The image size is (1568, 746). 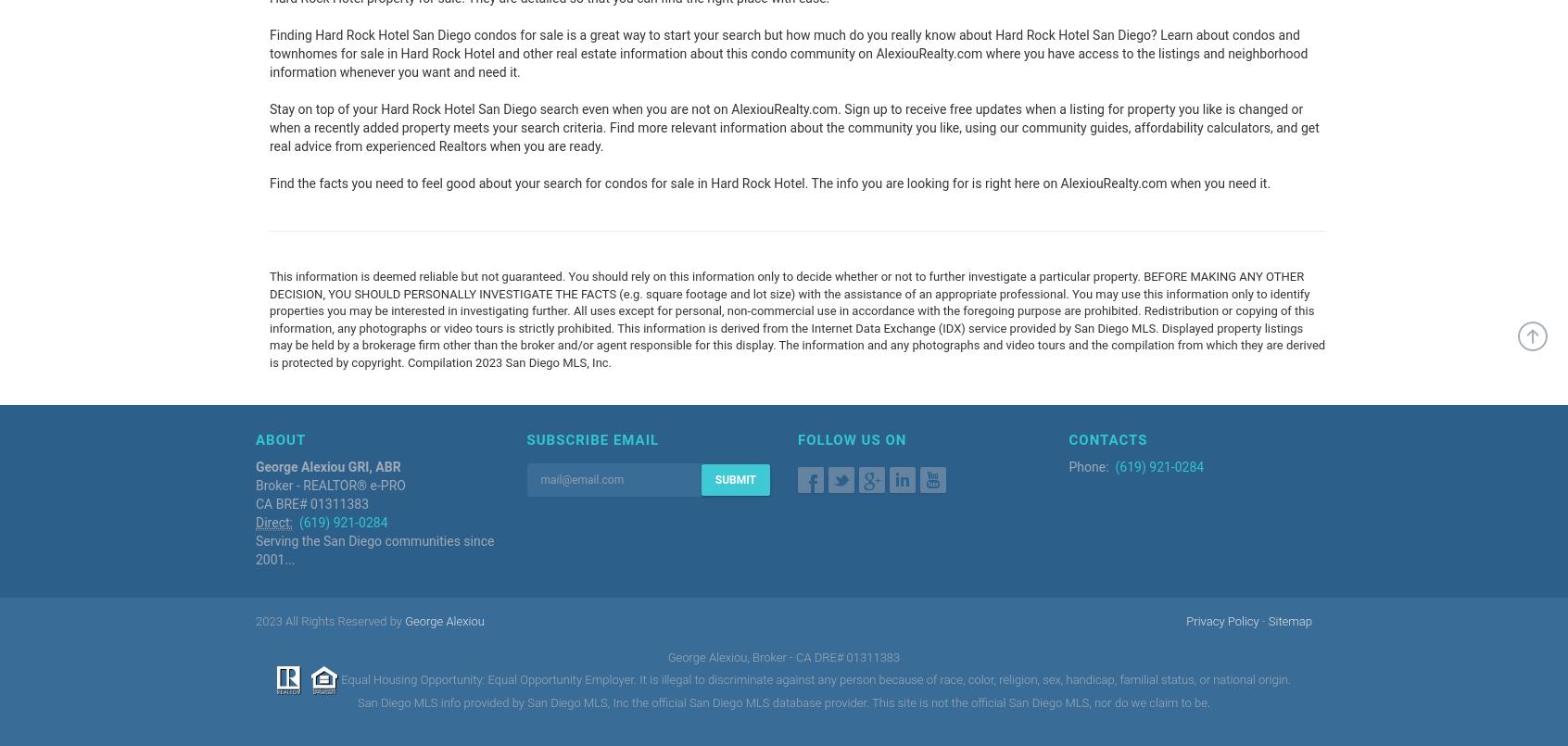 I want to click on 'Find the facts you need to feel good about your search for condos for sale in Hard Rock Hotel. The info you are looking for is right here on AlexiouRealty.com when you need it.', so click(x=769, y=183).